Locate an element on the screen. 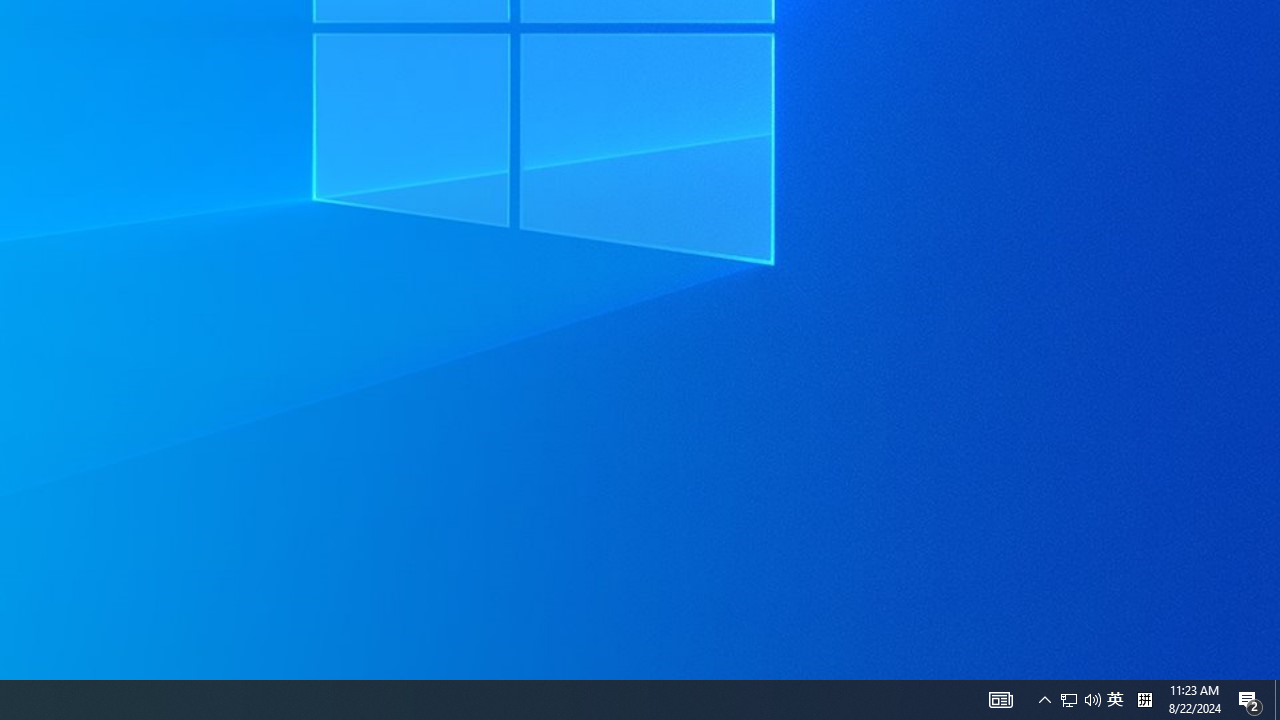 The height and width of the screenshot is (720, 1280). 'Tray Input Indicator - Chinese (Simplified, China)' is located at coordinates (1114, 698).